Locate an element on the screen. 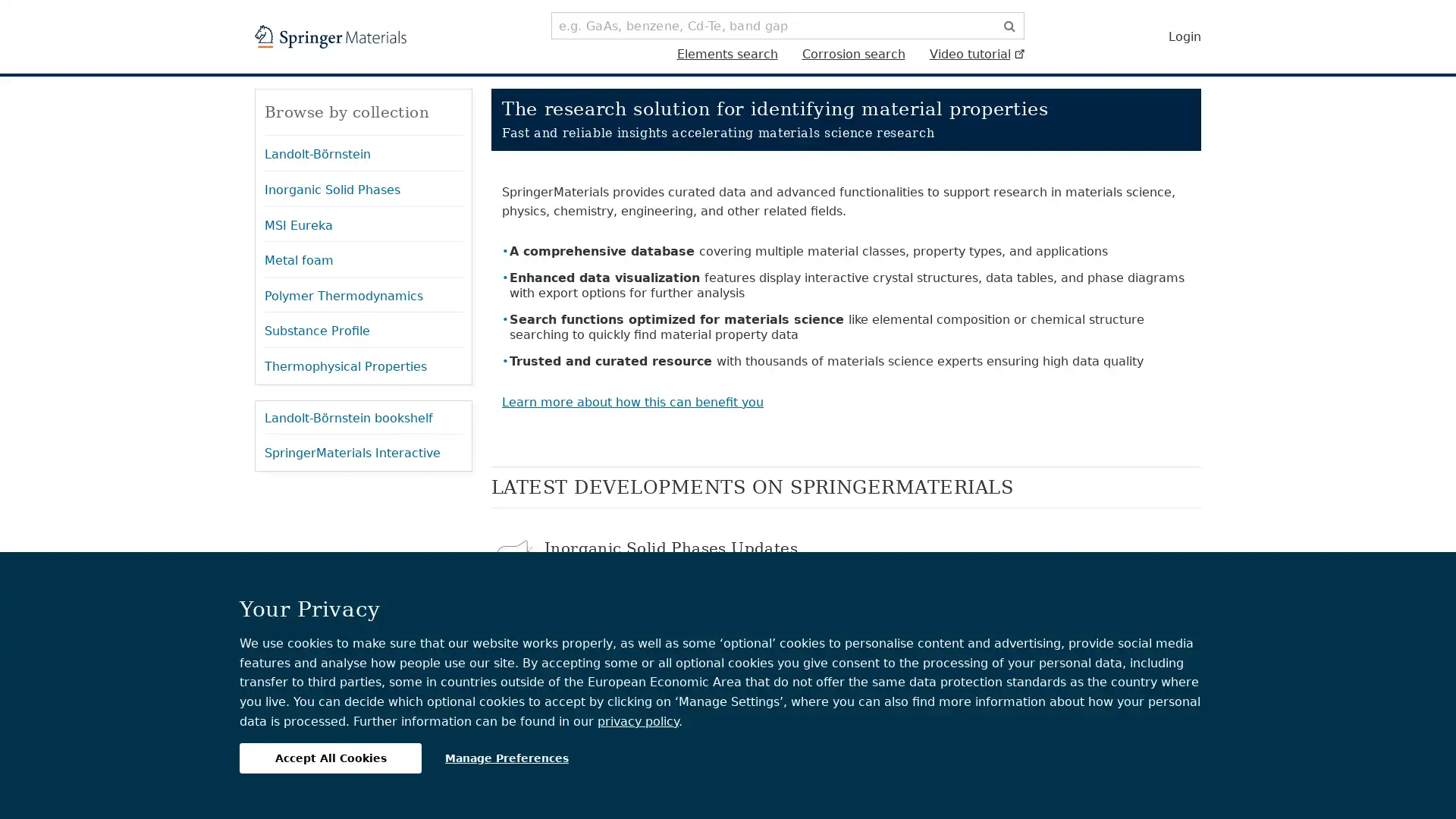 This screenshot has height=819, width=1456. Accept All Cookies is located at coordinates (330, 758).